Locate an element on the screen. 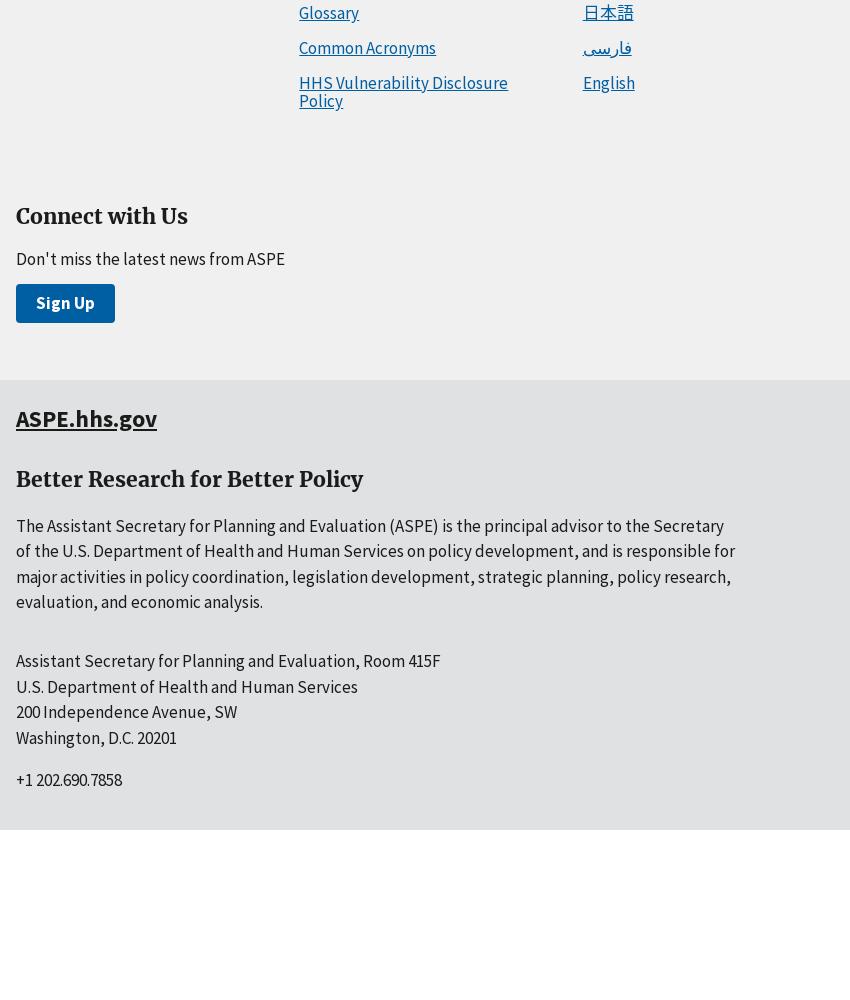  '+1 202.690.7858' is located at coordinates (69, 780).